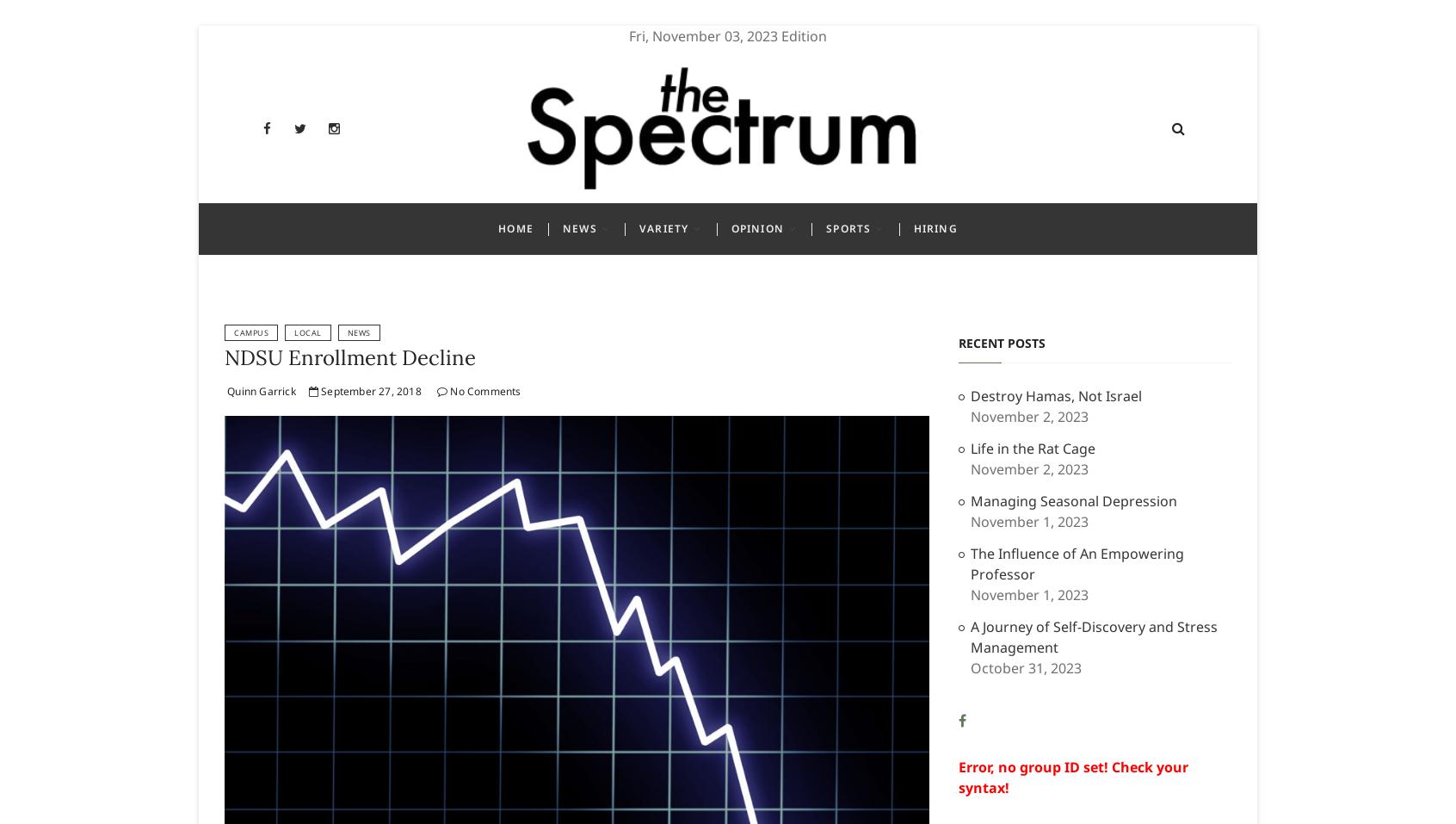 This screenshot has height=824, width=1456. I want to click on 'The Influence of An Empowering Professor', so click(971, 562).